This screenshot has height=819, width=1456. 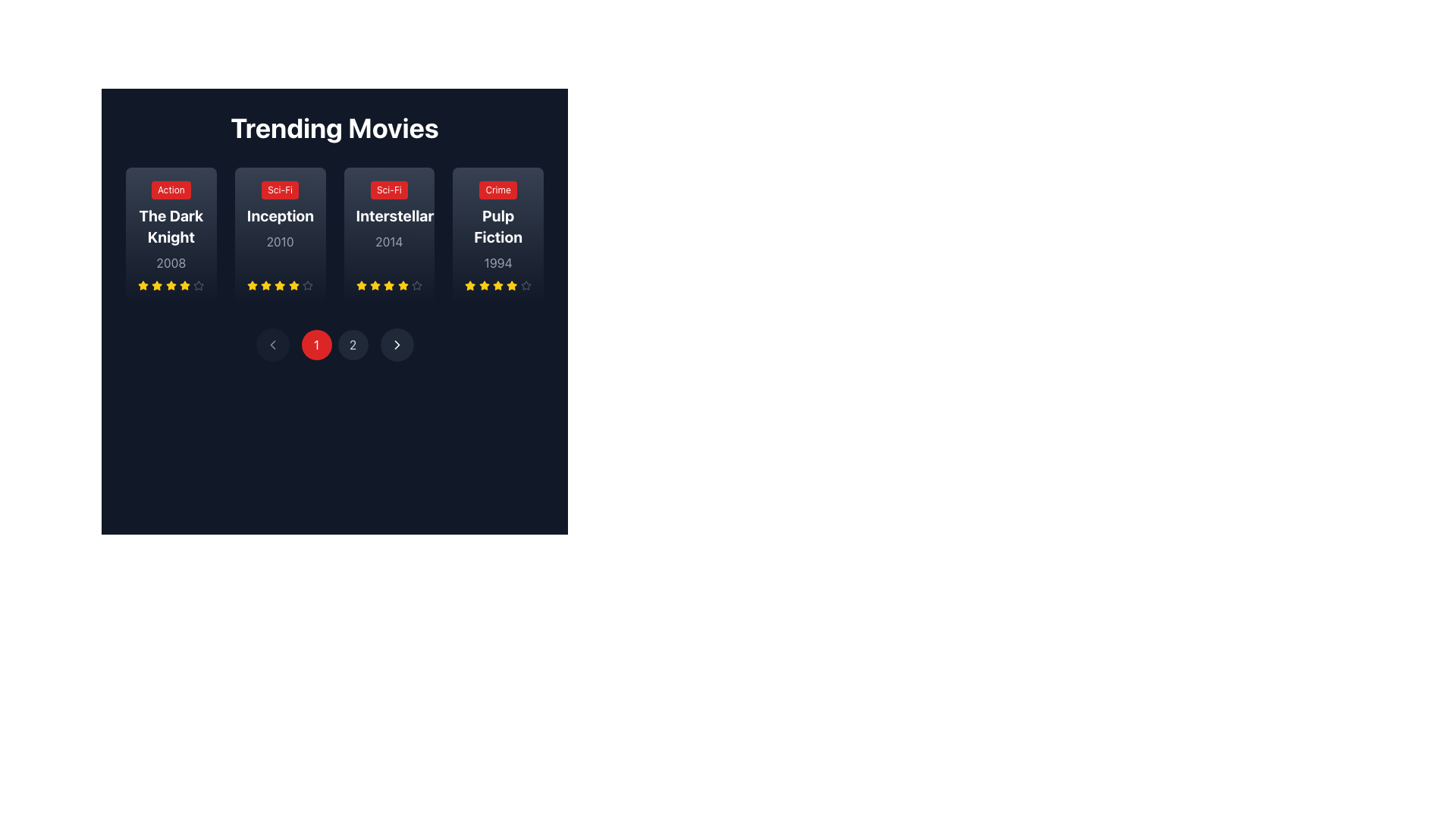 What do you see at coordinates (498, 285) in the screenshot?
I see `Rating display component for the movie 'Pulp Fiction', which consists of five star icons, with the first four stars filled in yellow, indicating selection, and the fifth star outlined in gray, indicating it is inactive. This component is located below the text '1994'` at bounding box center [498, 285].